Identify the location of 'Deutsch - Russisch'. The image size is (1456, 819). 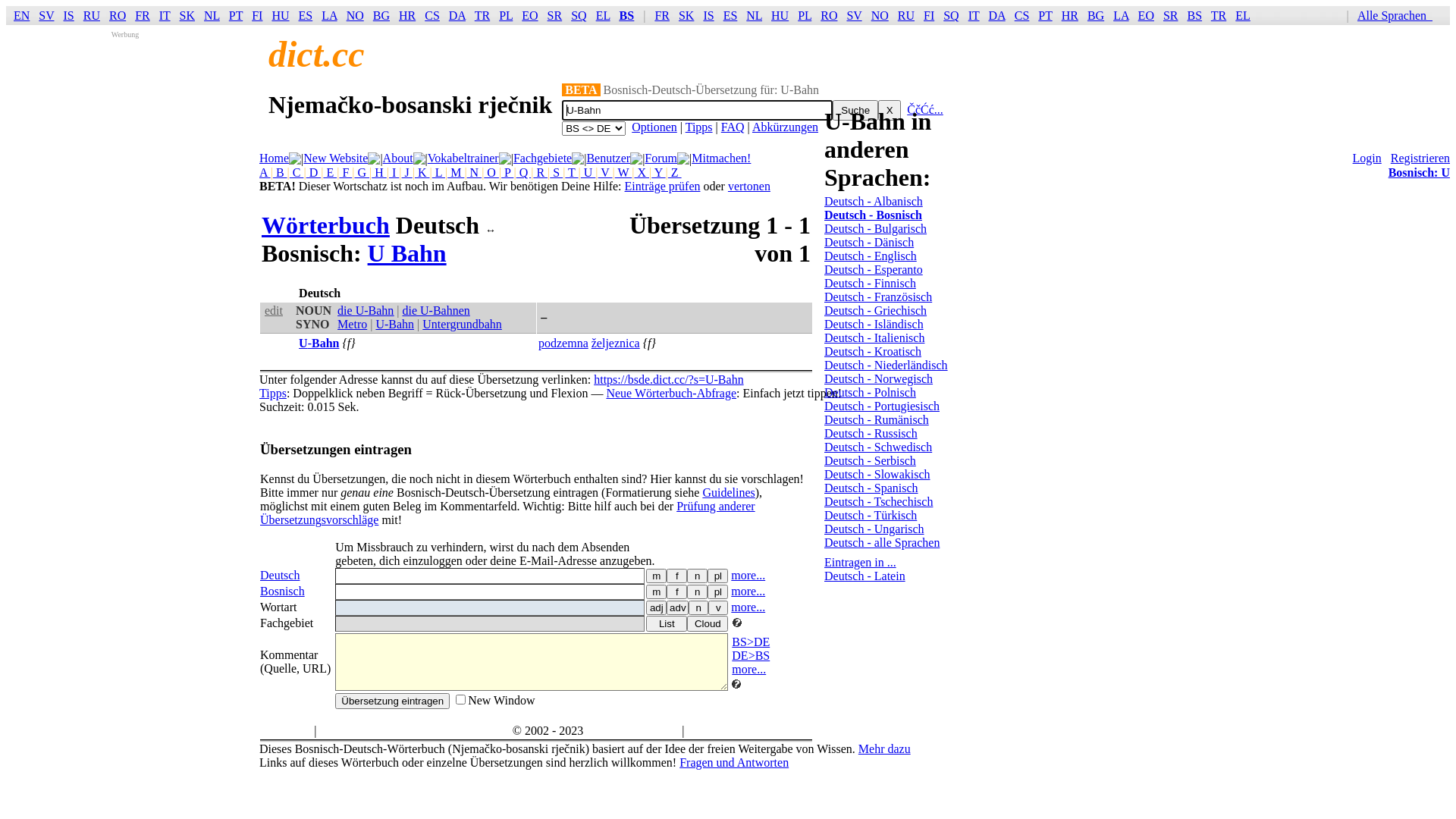
(871, 433).